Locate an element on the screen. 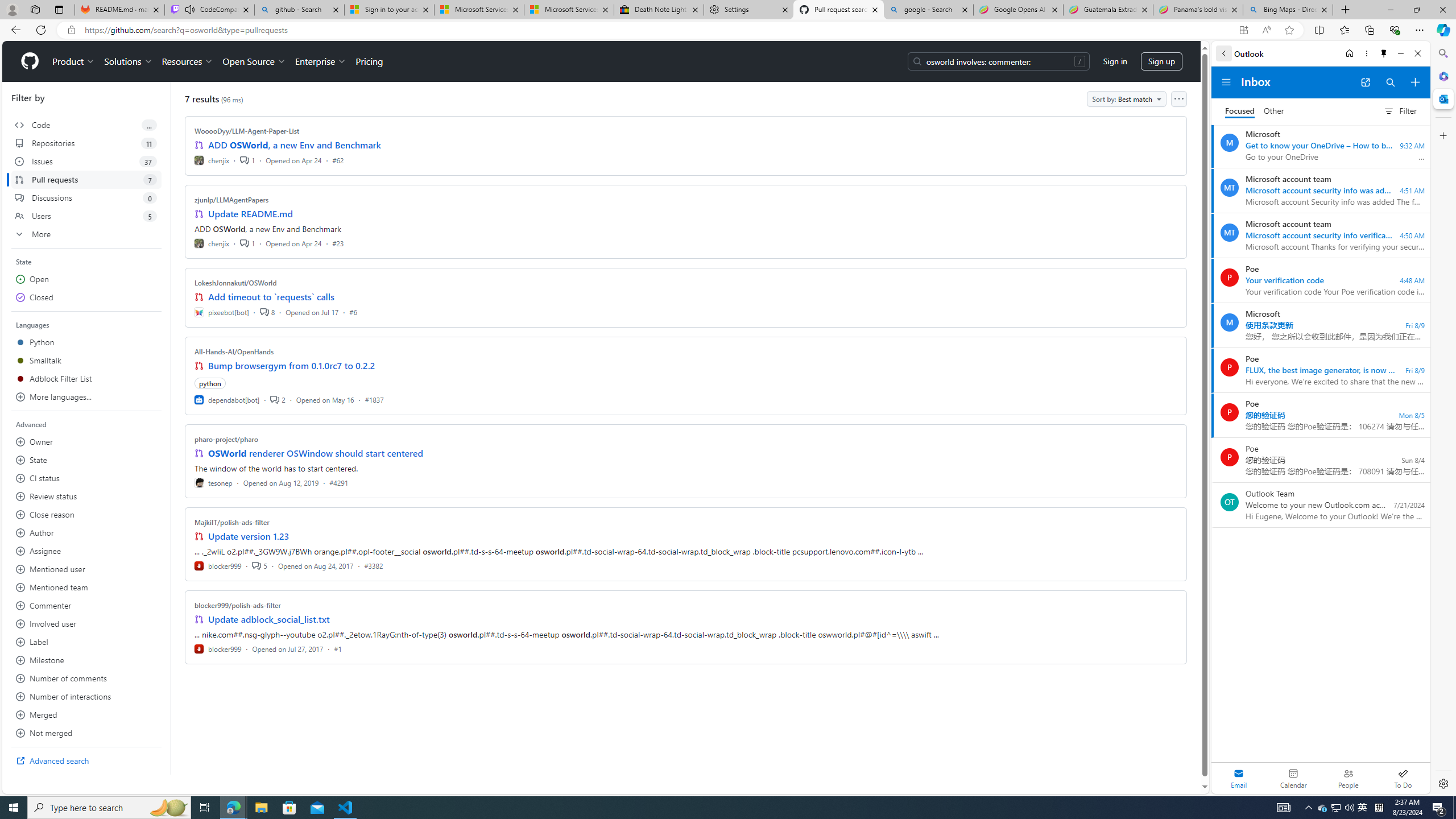 This screenshot has height=819, width=1456. '#23' is located at coordinates (337, 242).